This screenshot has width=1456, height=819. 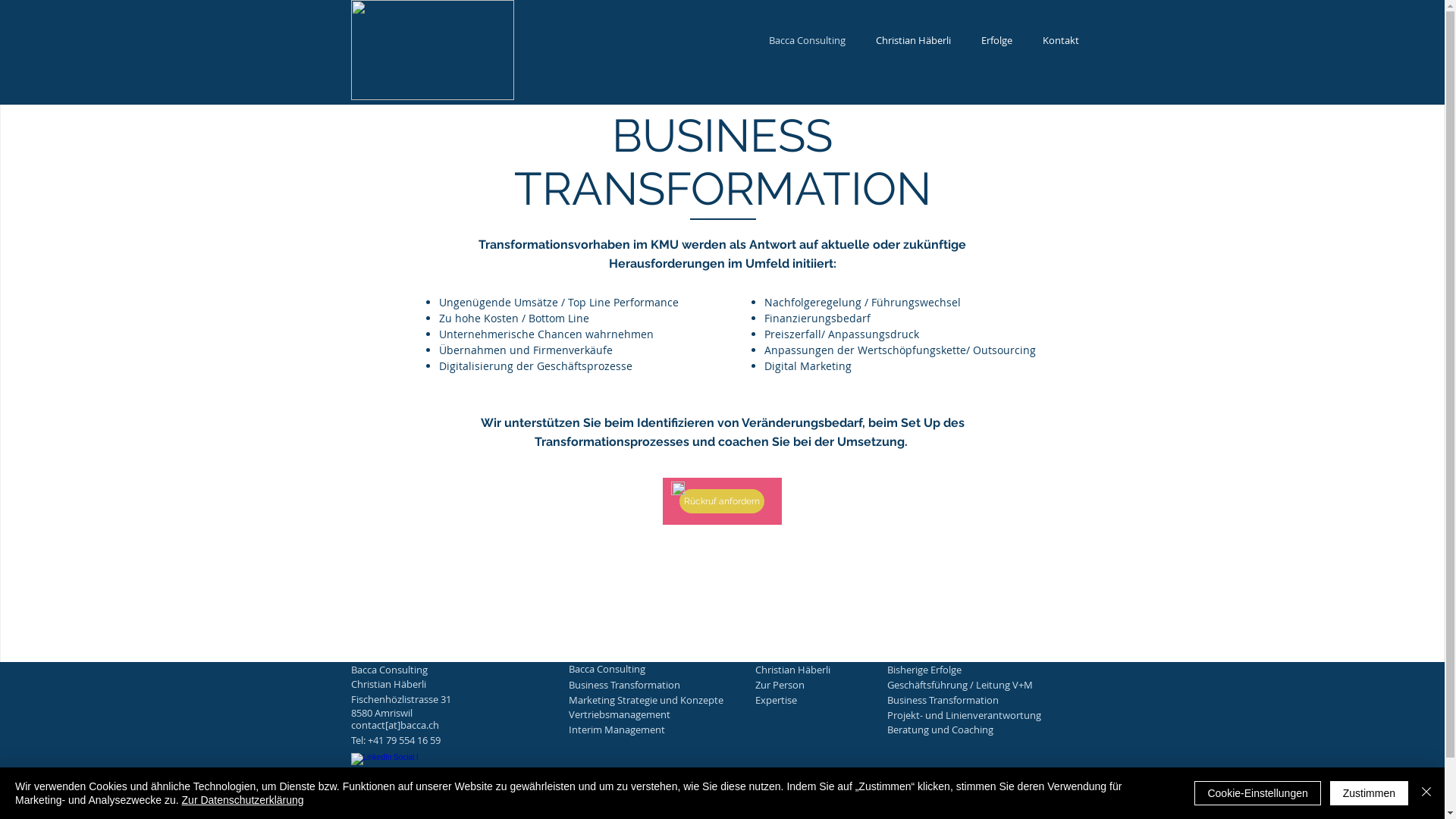 What do you see at coordinates (428, 739) in the screenshot?
I see `'Tel: +41 79 554 16 59'` at bounding box center [428, 739].